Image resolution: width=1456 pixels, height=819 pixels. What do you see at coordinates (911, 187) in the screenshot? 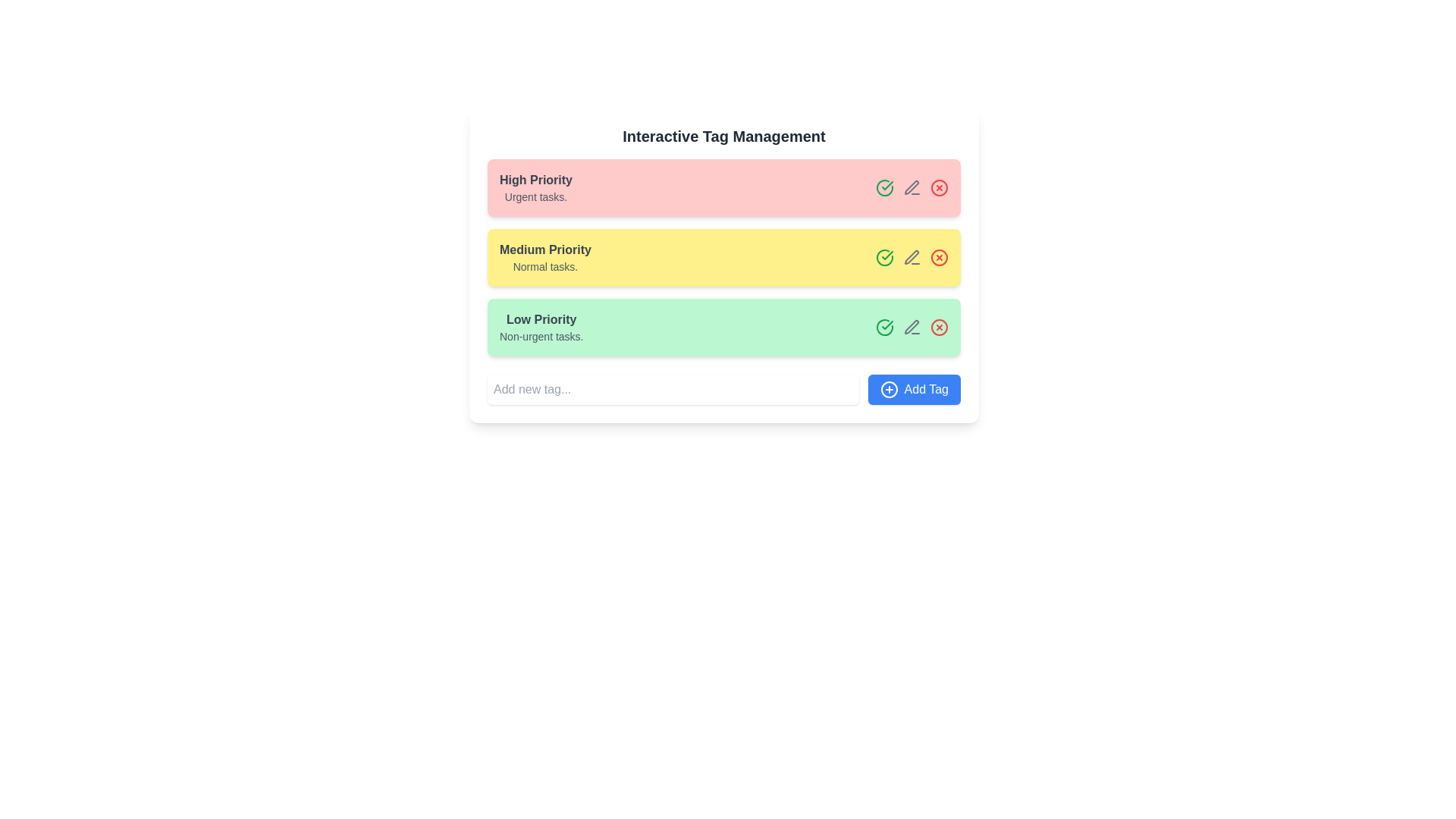
I see `the pen icon located in the bottom row next to the green checkmark icon and before the red 'x' icon` at bounding box center [911, 187].